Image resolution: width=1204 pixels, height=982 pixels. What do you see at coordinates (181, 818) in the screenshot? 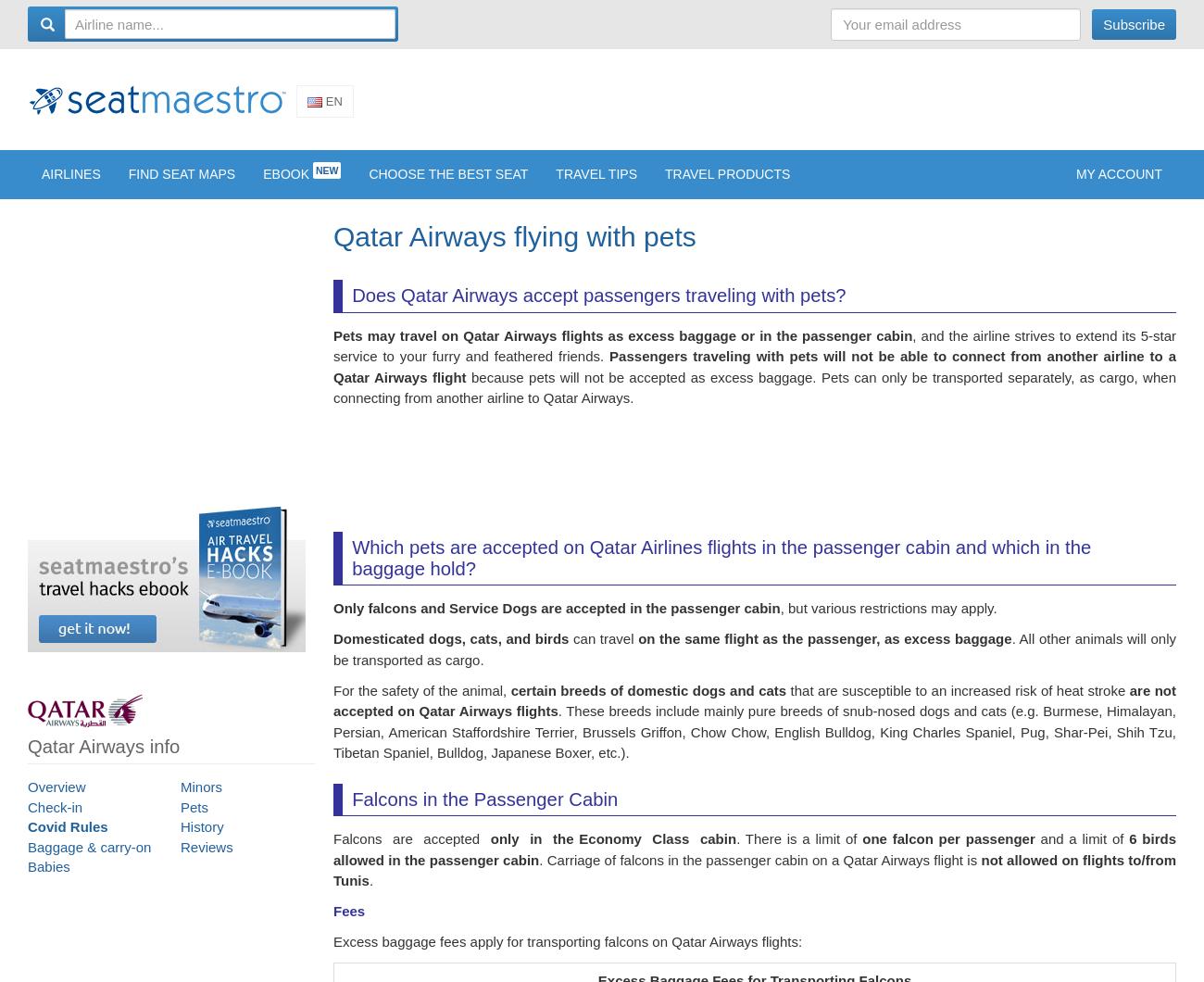
I see `'Pets'` at bounding box center [181, 818].